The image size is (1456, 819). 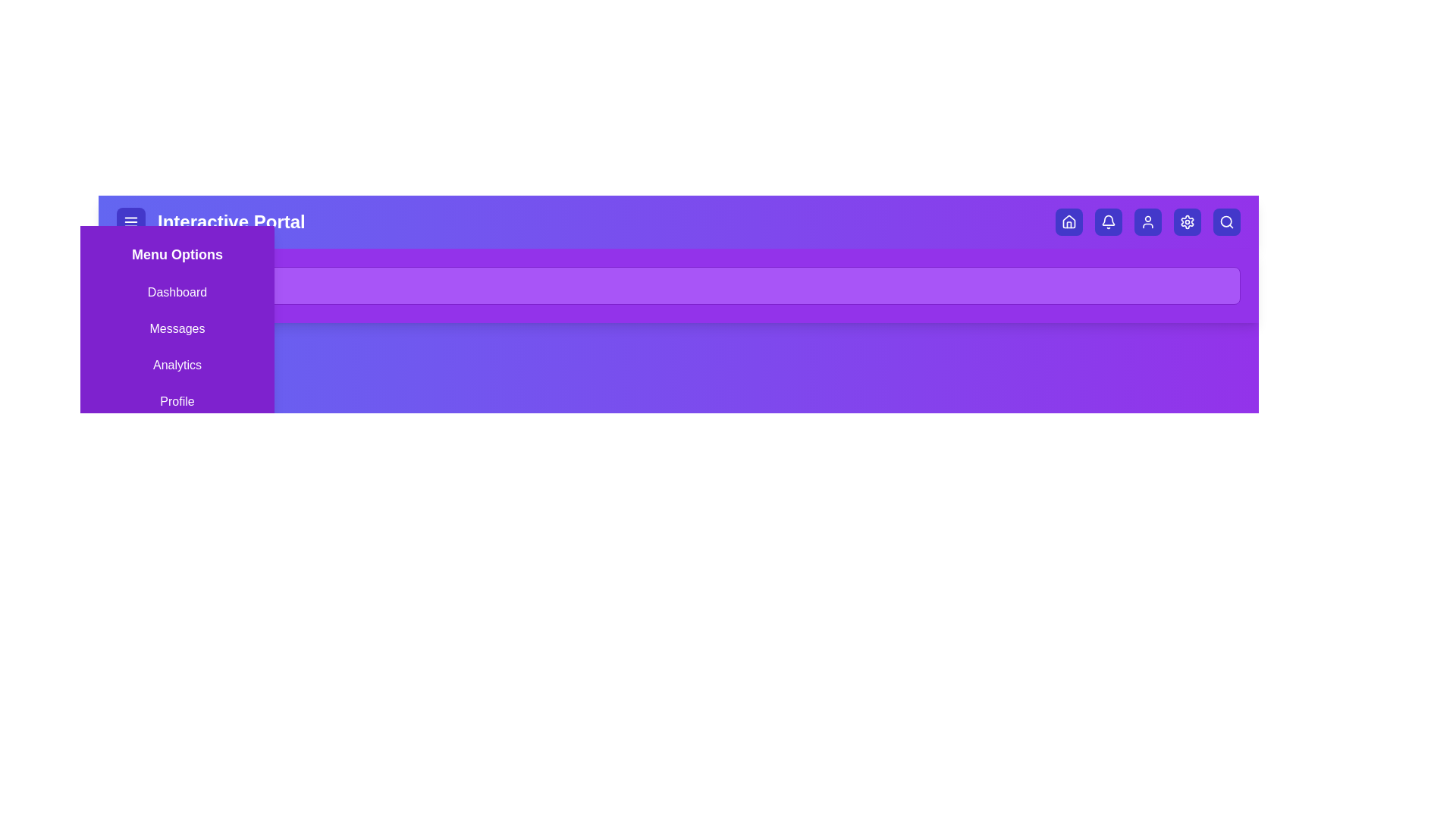 I want to click on the search button to toggle the search bar visibility, so click(x=1226, y=222).